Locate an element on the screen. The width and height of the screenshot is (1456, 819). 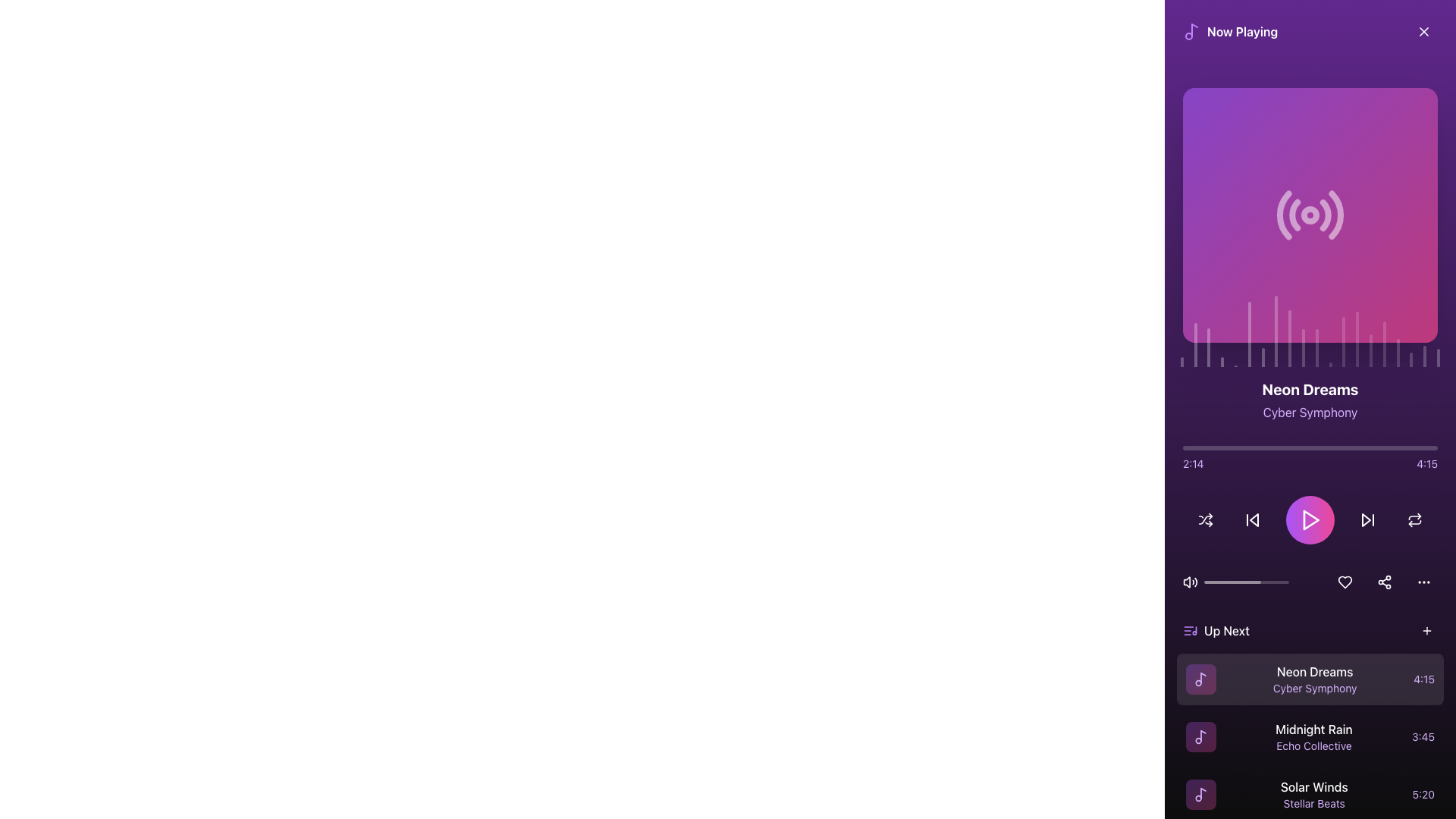
the decorative music note icon styled in purple (#6A36BF) located at the top-left of the 'Now Playing' header is located at coordinates (1191, 32).